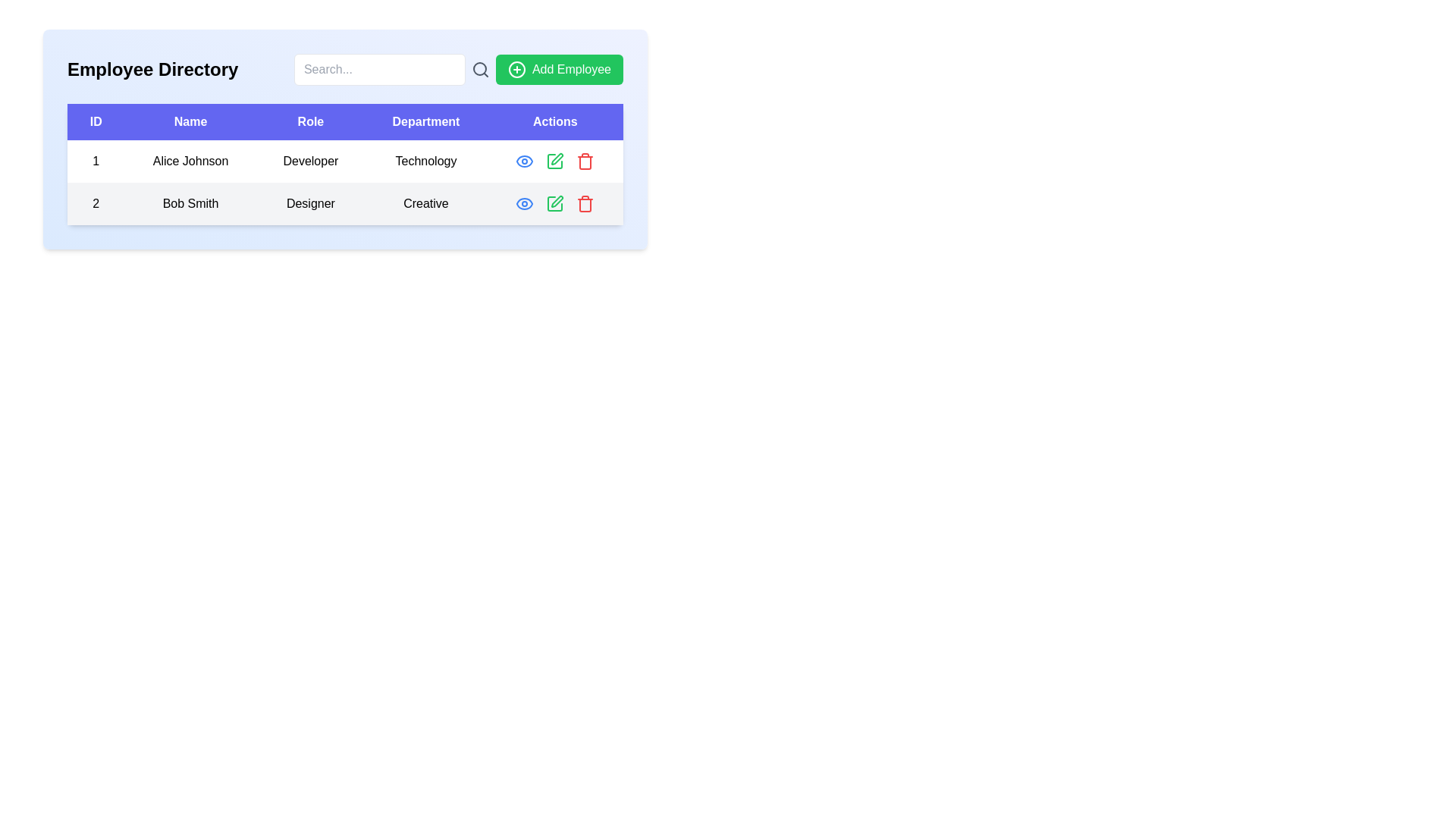 This screenshot has width=1456, height=819. What do you see at coordinates (554, 203) in the screenshot?
I see `the green pen square icon in the 'Actions' column of the second row in the 'Employee Directory' table` at bounding box center [554, 203].